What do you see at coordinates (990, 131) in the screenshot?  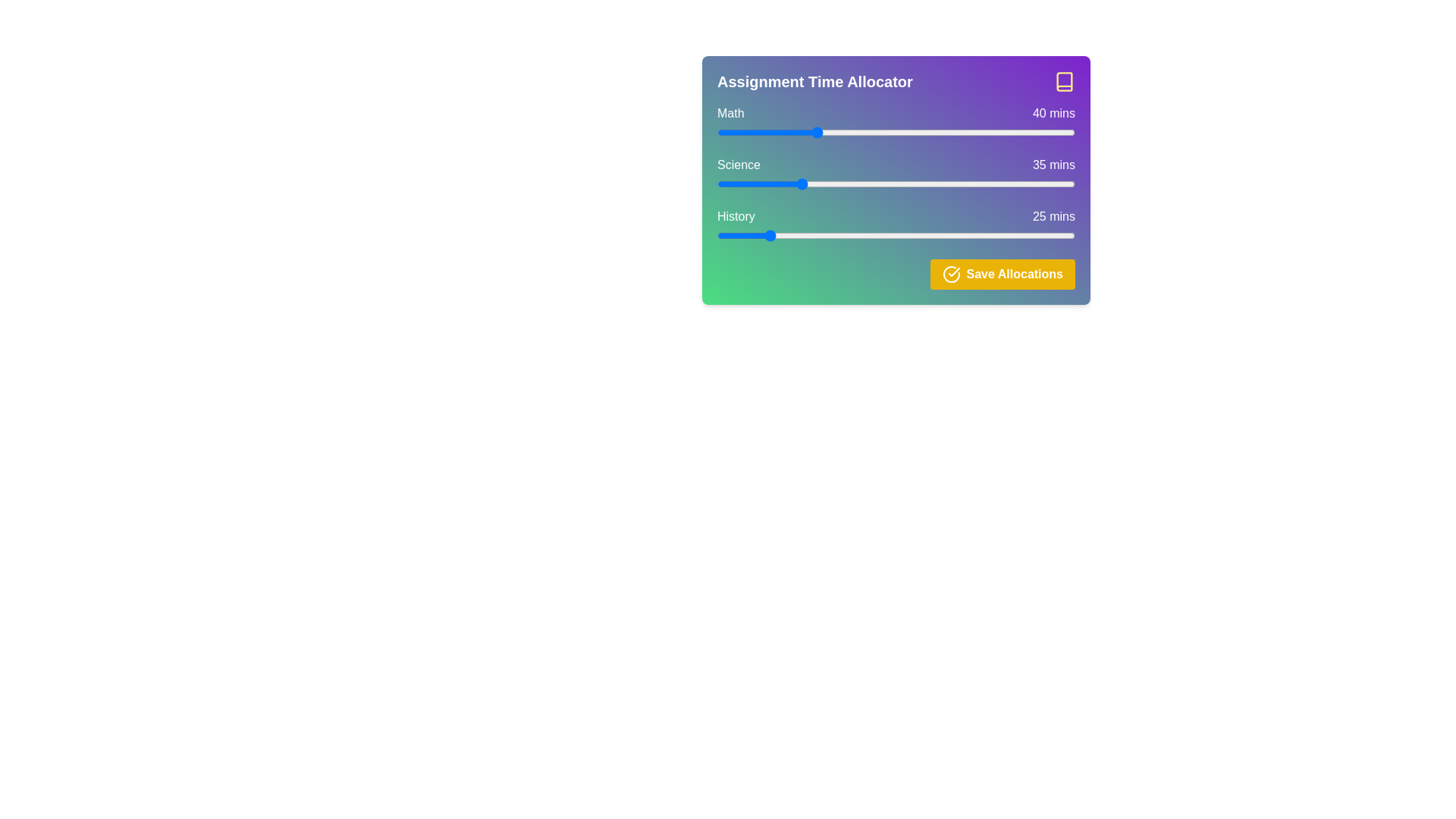 I see `the slider for 'Math'` at bounding box center [990, 131].